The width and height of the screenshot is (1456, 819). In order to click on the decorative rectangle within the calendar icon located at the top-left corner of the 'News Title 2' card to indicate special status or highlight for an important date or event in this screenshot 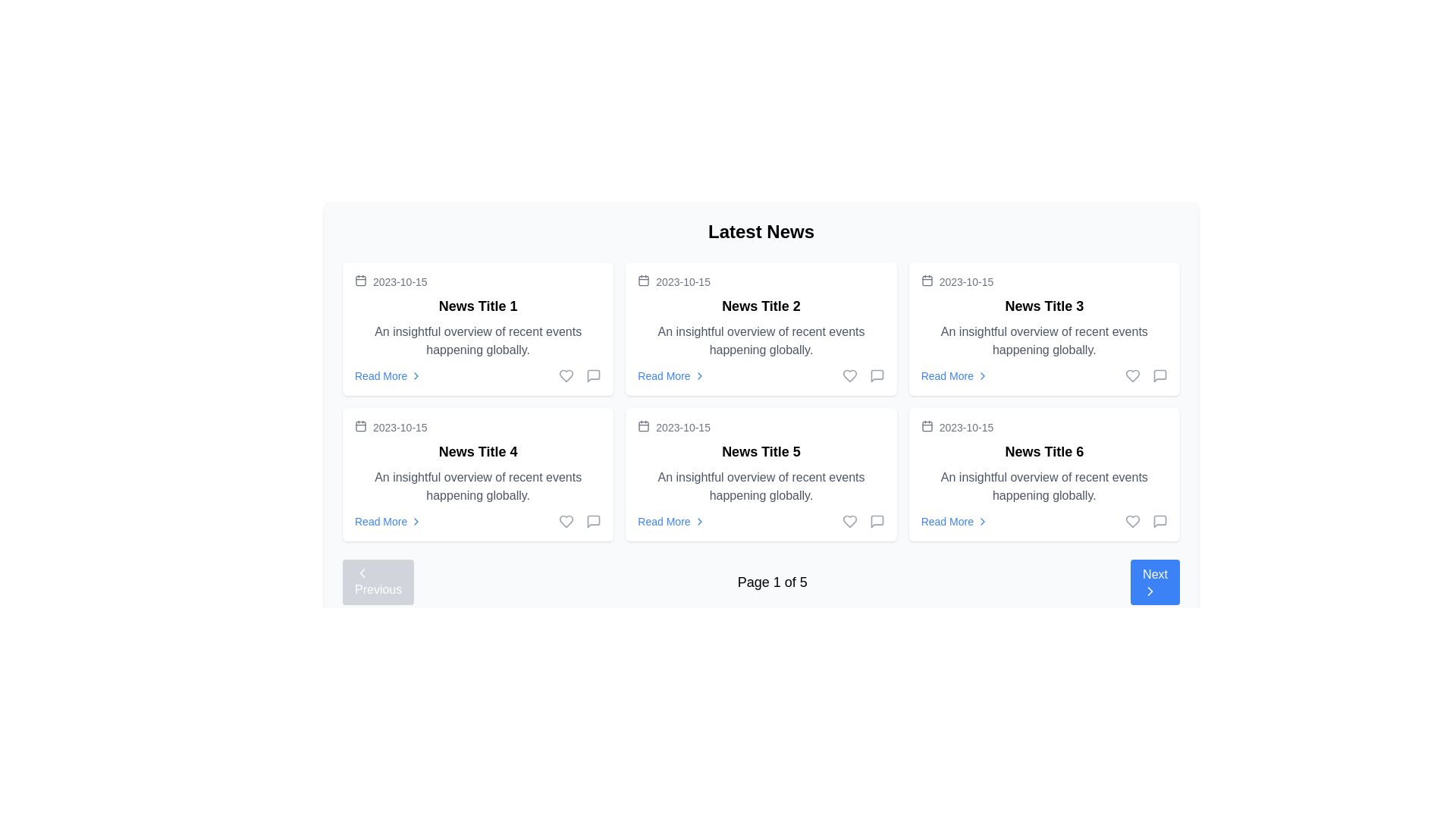, I will do `click(644, 281)`.